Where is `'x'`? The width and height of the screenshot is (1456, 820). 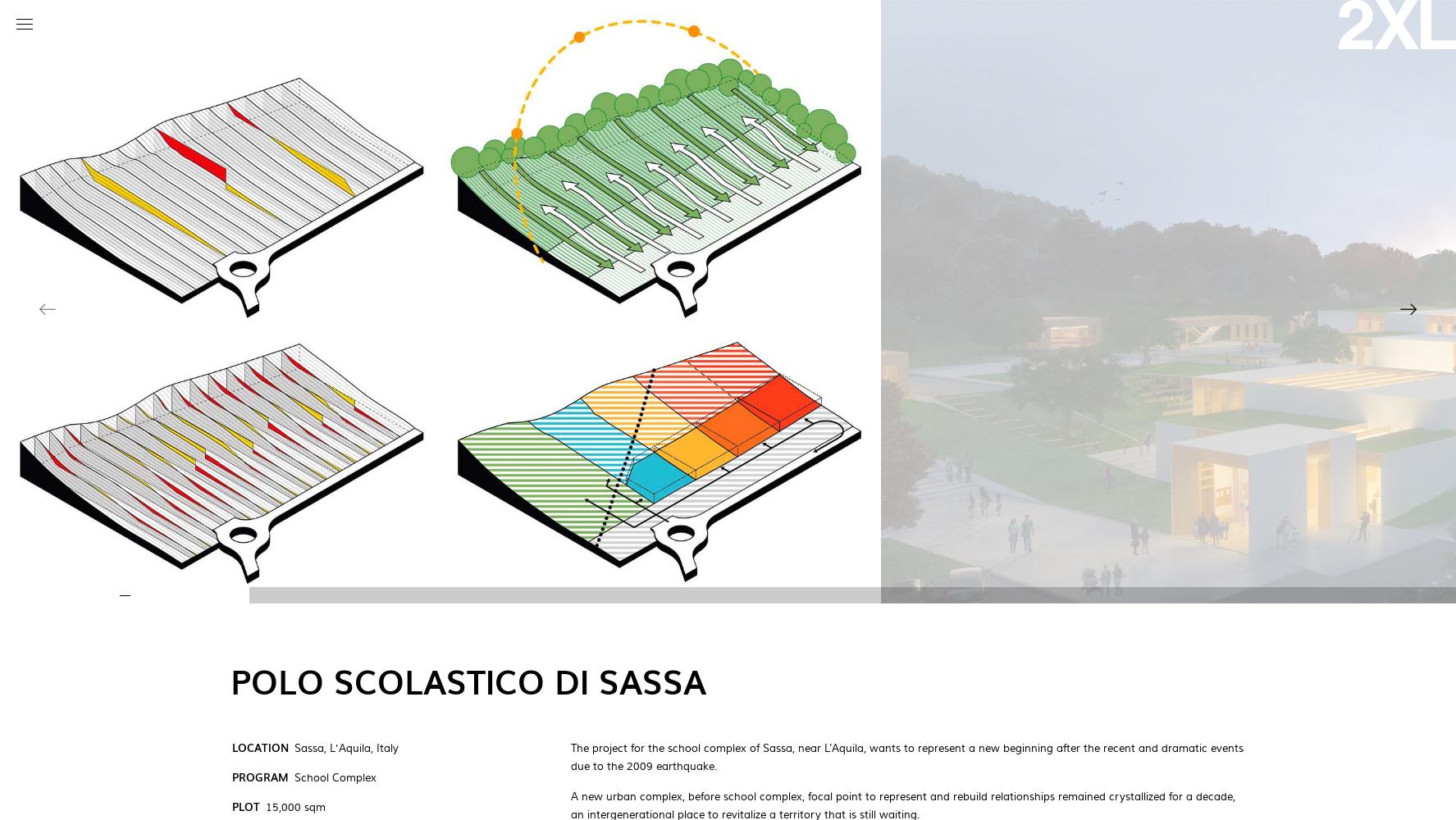 'x' is located at coordinates (1059, 709).